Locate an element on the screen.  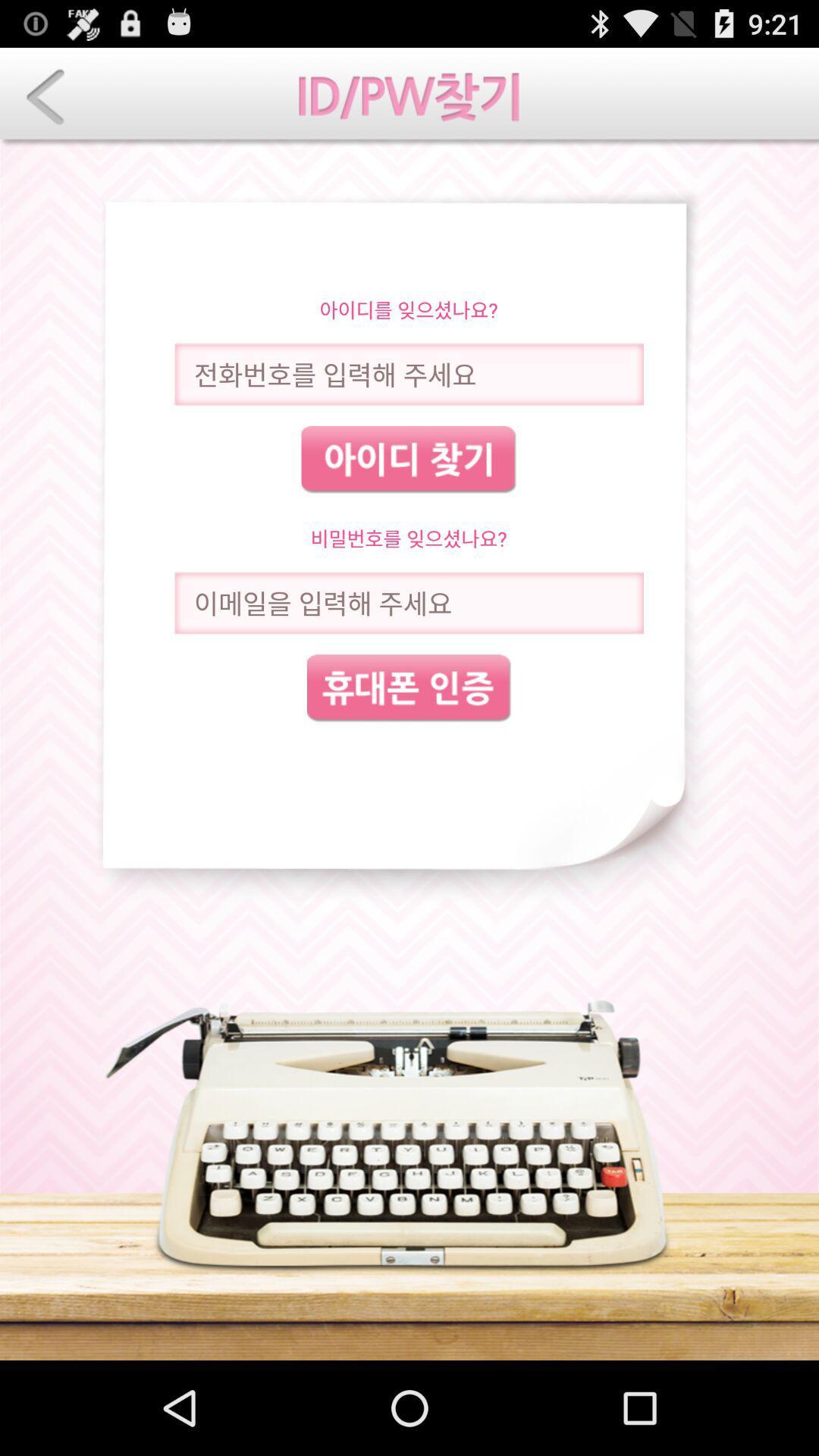
type here is located at coordinates (408, 602).